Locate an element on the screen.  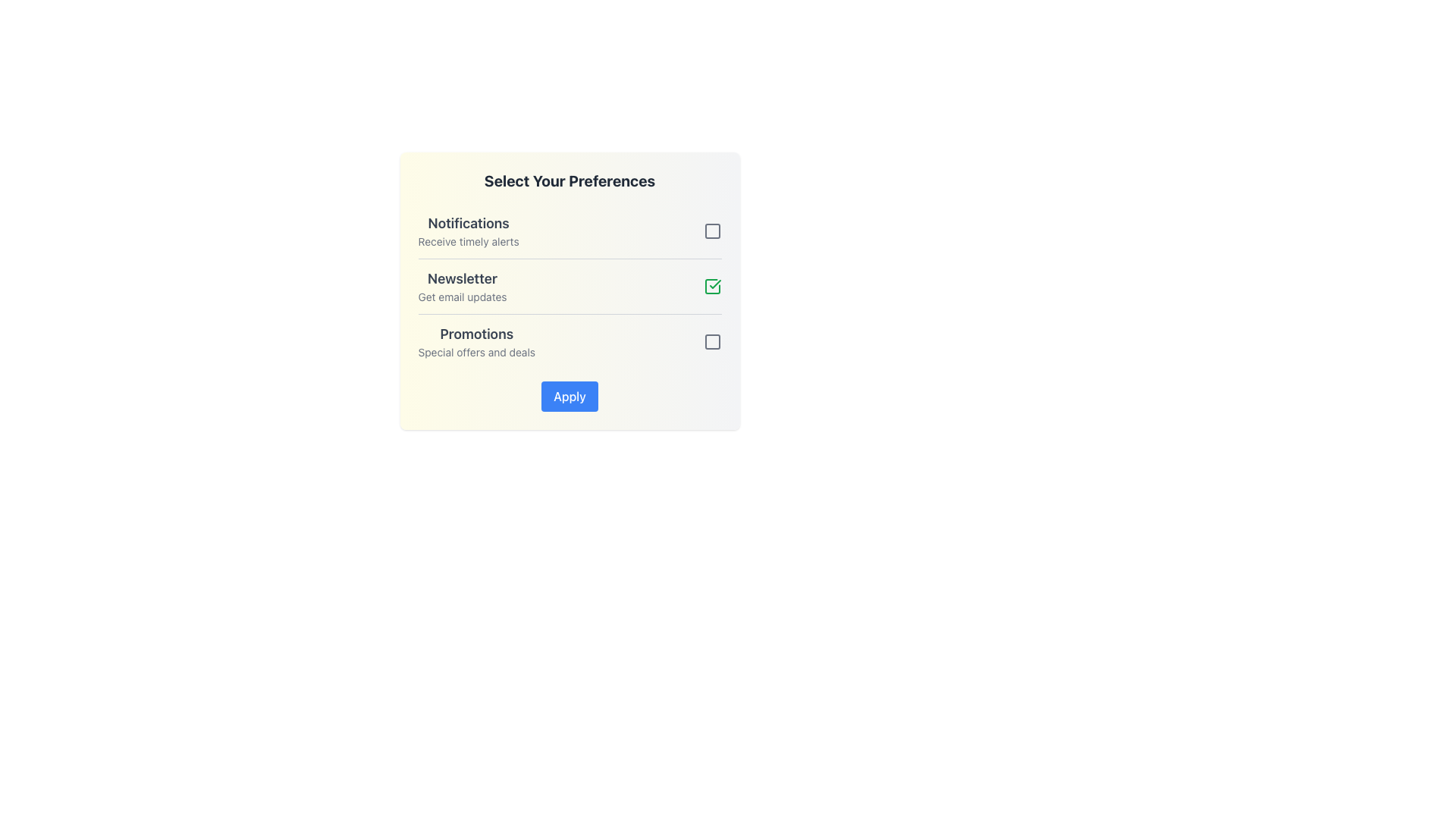
the static text that provides clarification about the 'Notifications' preference choice, located immediately underneath the 'Notifications' heading is located at coordinates (468, 241).